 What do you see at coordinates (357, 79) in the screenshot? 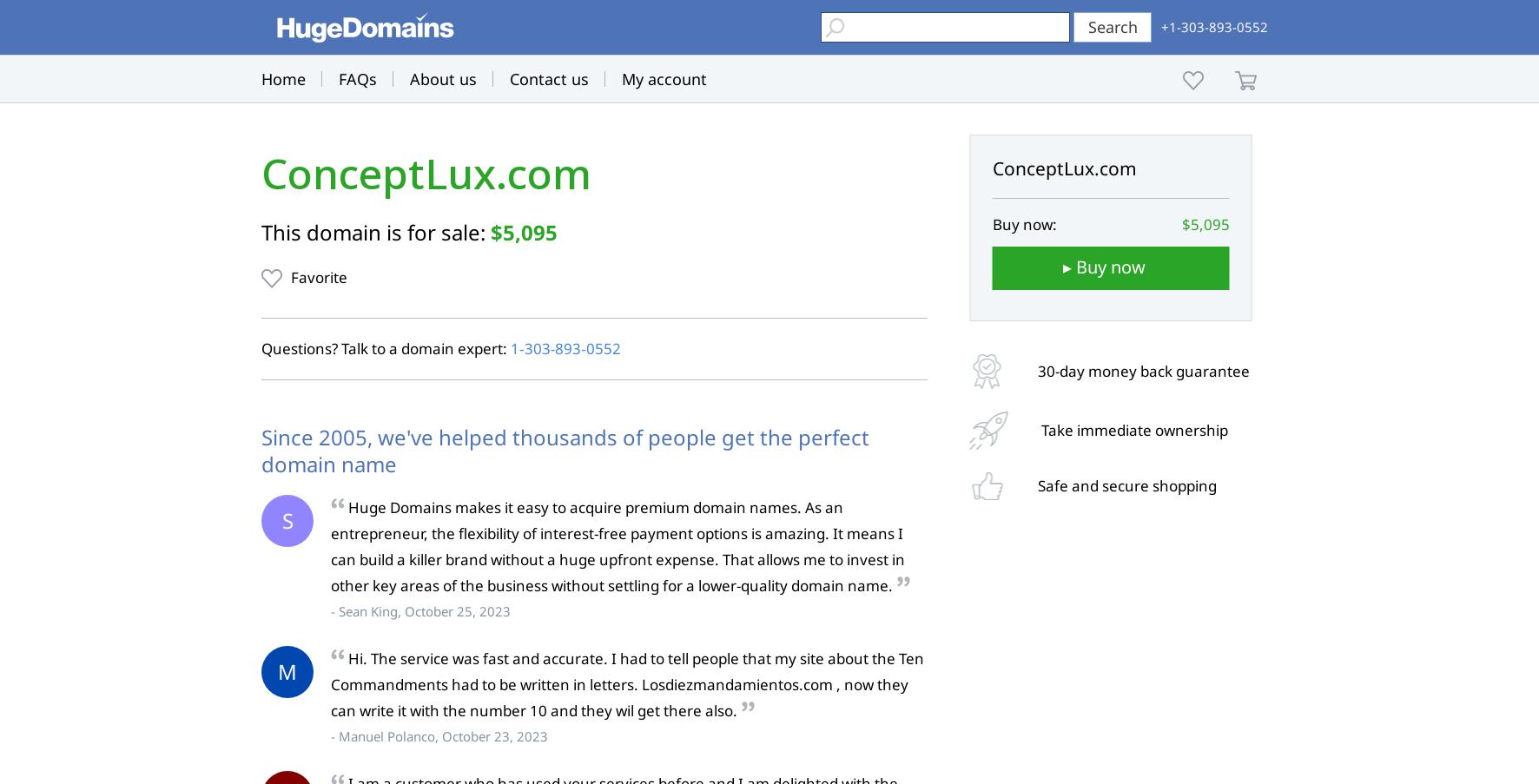
I see `'FAQs'` at bounding box center [357, 79].